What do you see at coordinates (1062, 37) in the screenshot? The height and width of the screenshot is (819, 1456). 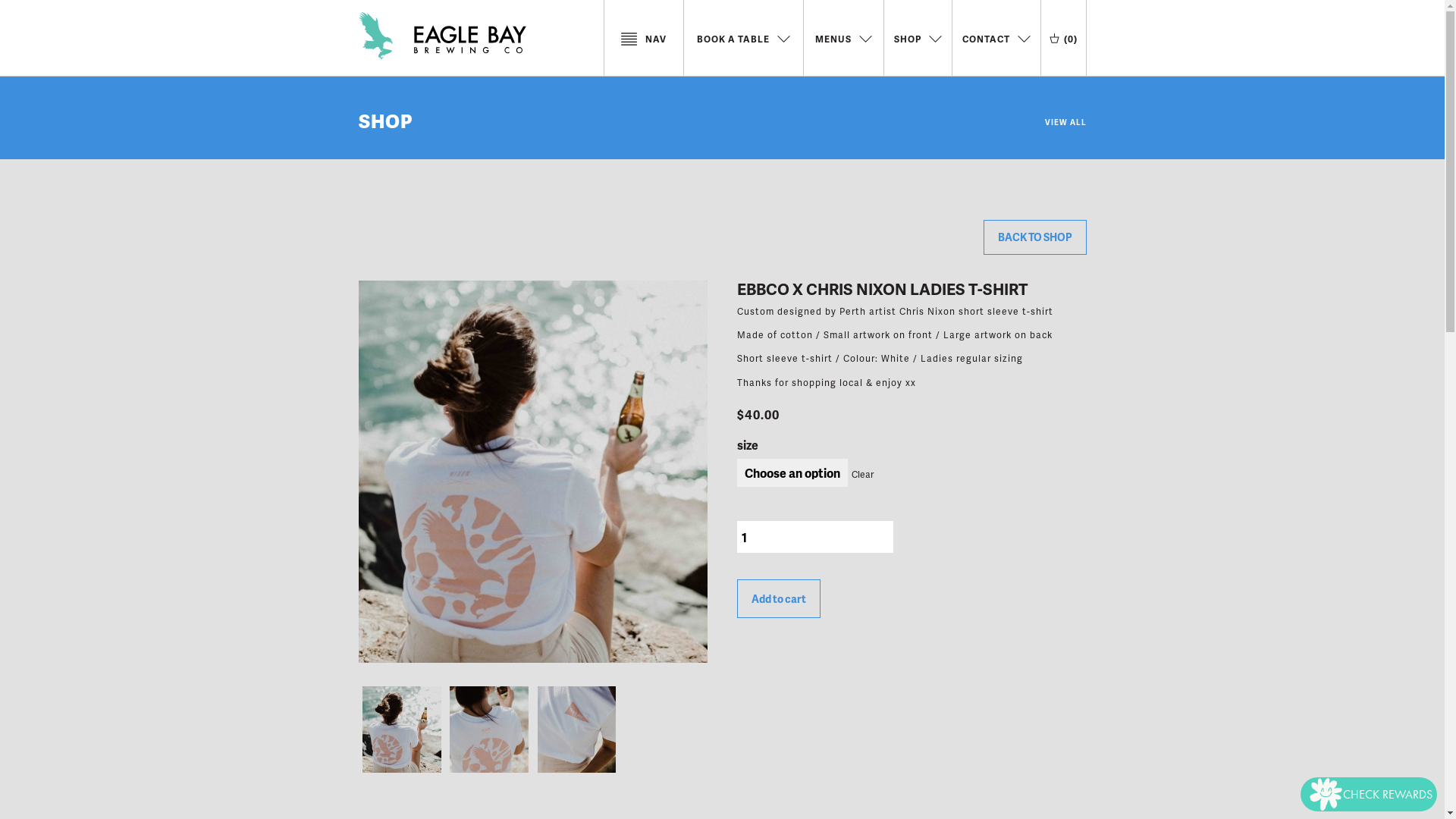 I see `'  (0)'` at bounding box center [1062, 37].